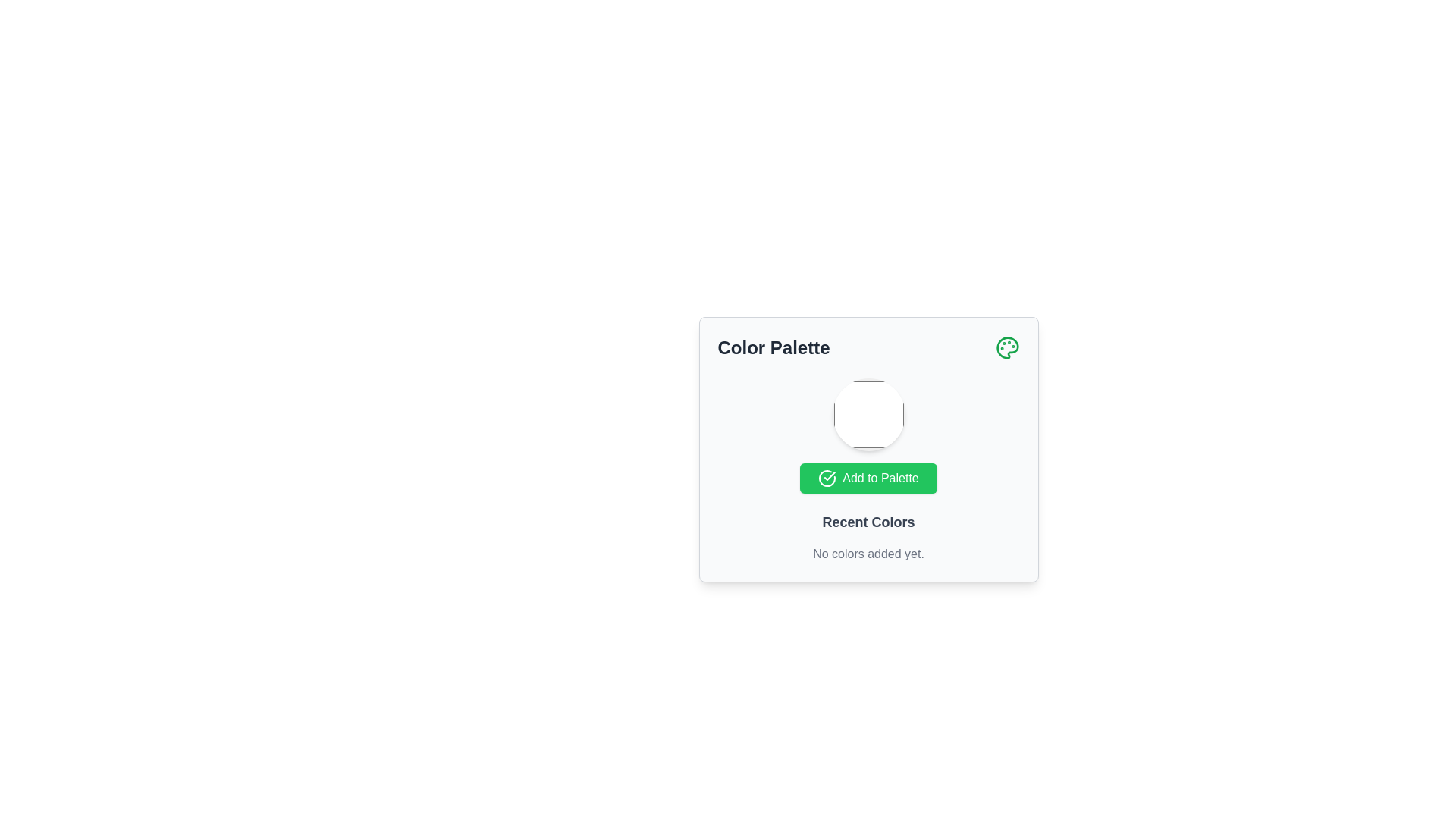 The image size is (1456, 819). I want to click on the color palette icon located in the top-right corner of the 'Color Palette' section, positioned to the right of the 'Color Palette' text, so click(1007, 348).